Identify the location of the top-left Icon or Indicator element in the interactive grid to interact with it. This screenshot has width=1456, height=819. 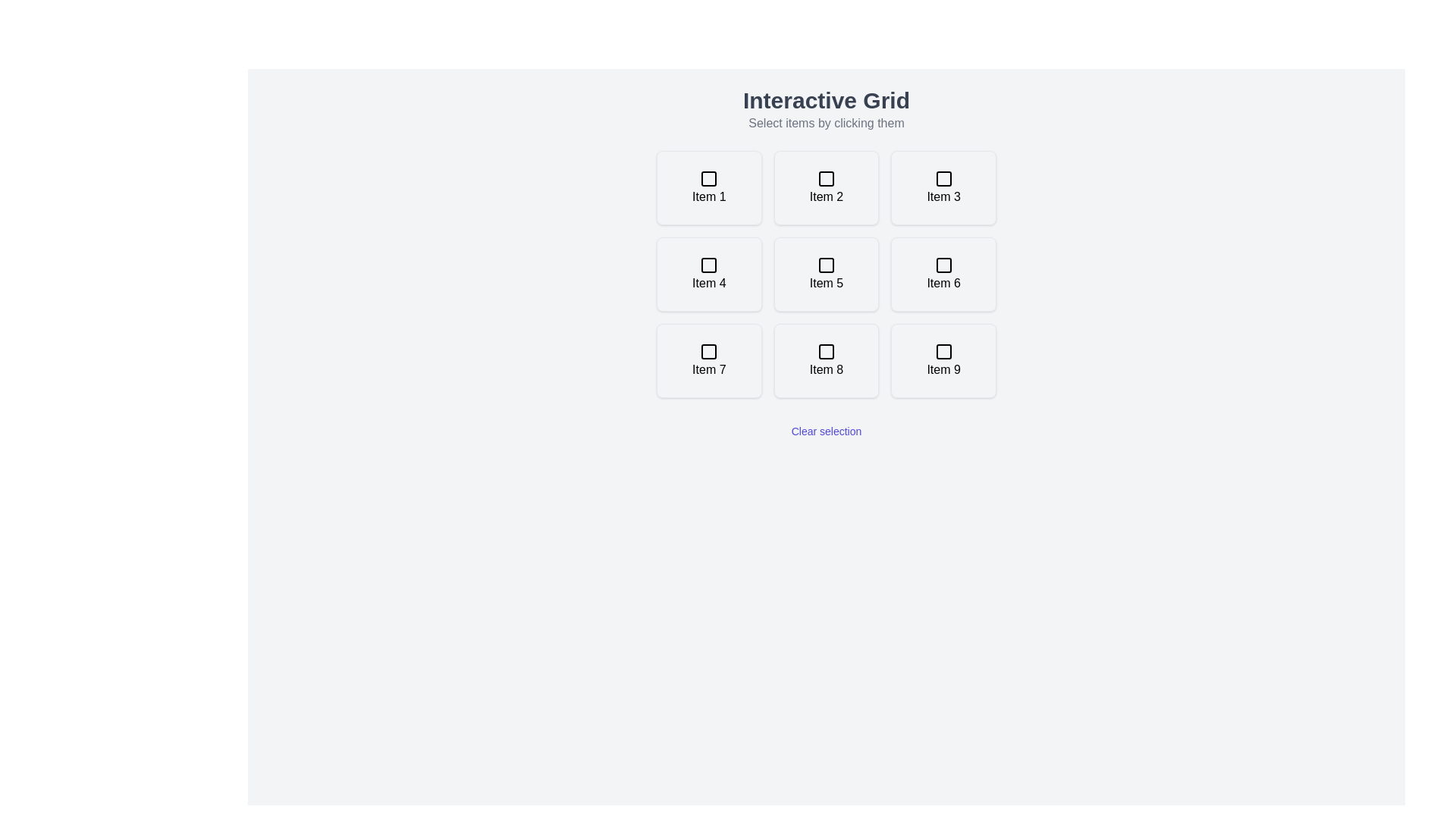
(708, 177).